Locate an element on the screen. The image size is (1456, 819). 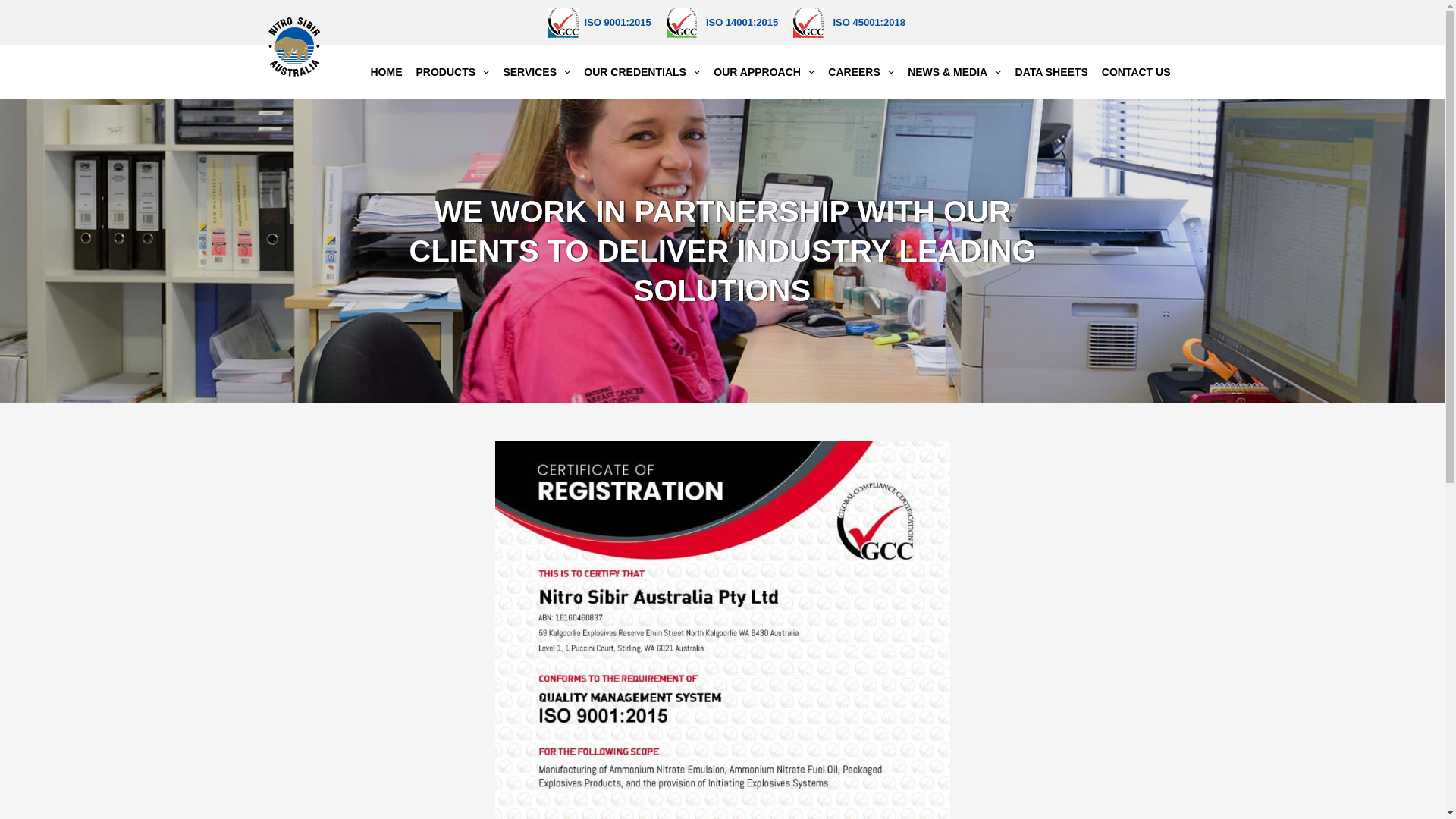
'OUR APPROACH' is located at coordinates (764, 71).